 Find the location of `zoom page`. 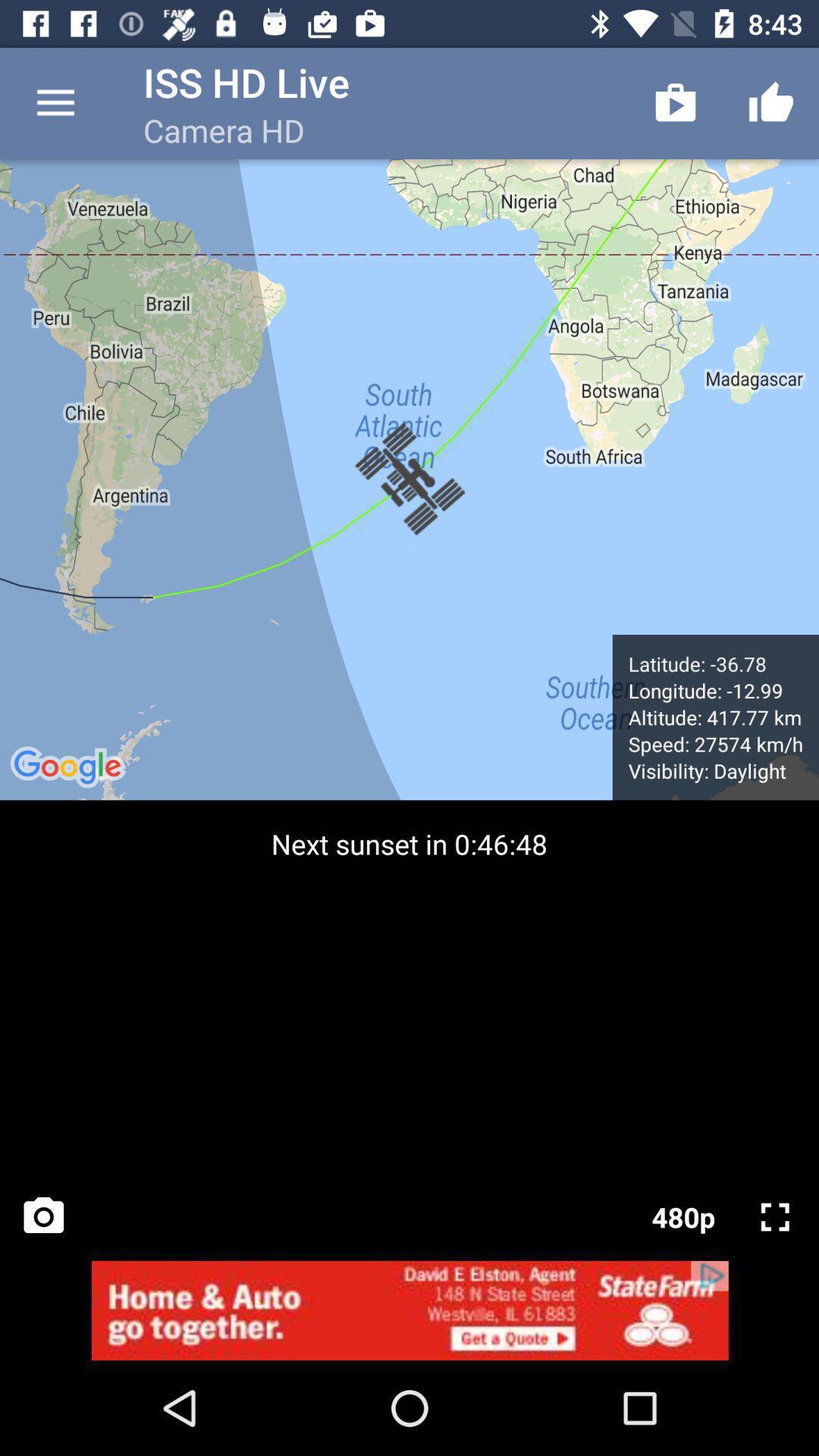

zoom page is located at coordinates (775, 1216).